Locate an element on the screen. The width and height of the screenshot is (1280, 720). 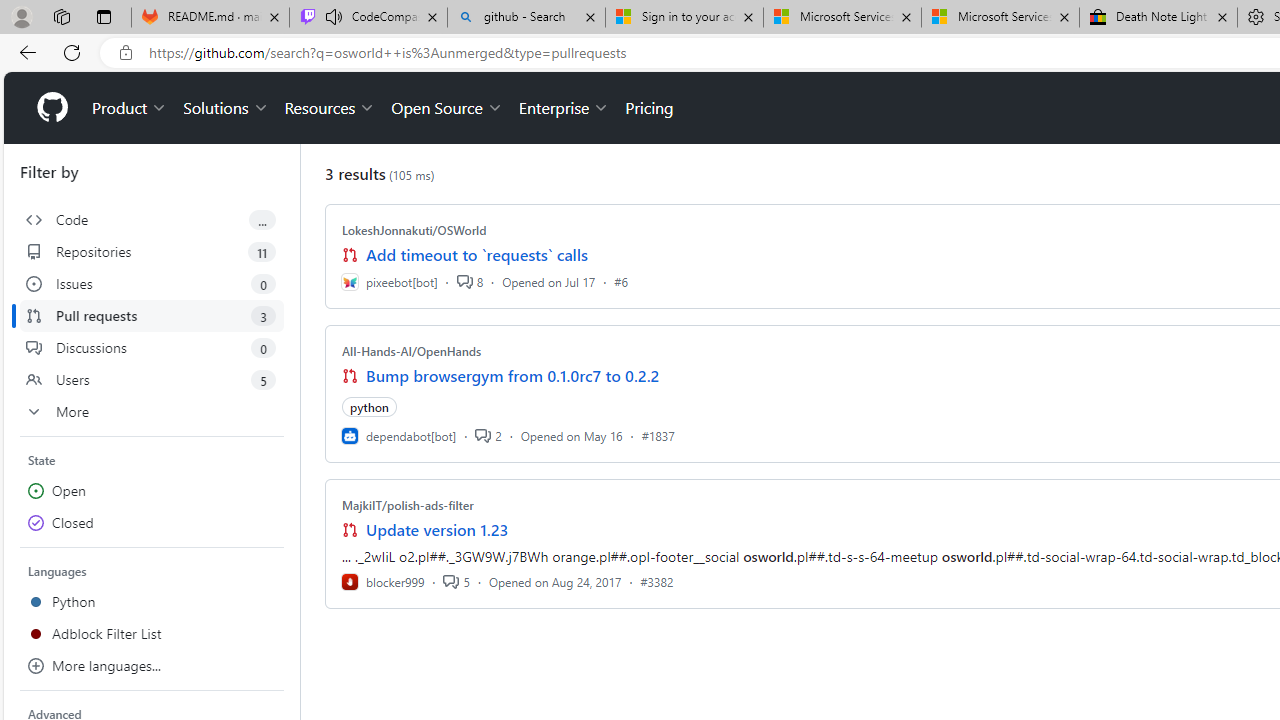
'#1837' is located at coordinates (657, 434).